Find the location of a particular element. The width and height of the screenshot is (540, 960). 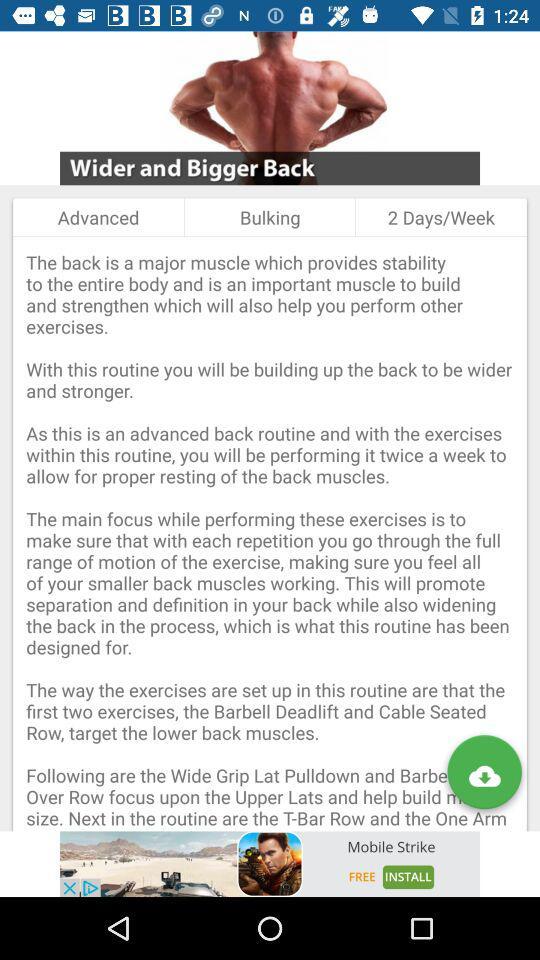

the item next to bulking item is located at coordinates (97, 217).